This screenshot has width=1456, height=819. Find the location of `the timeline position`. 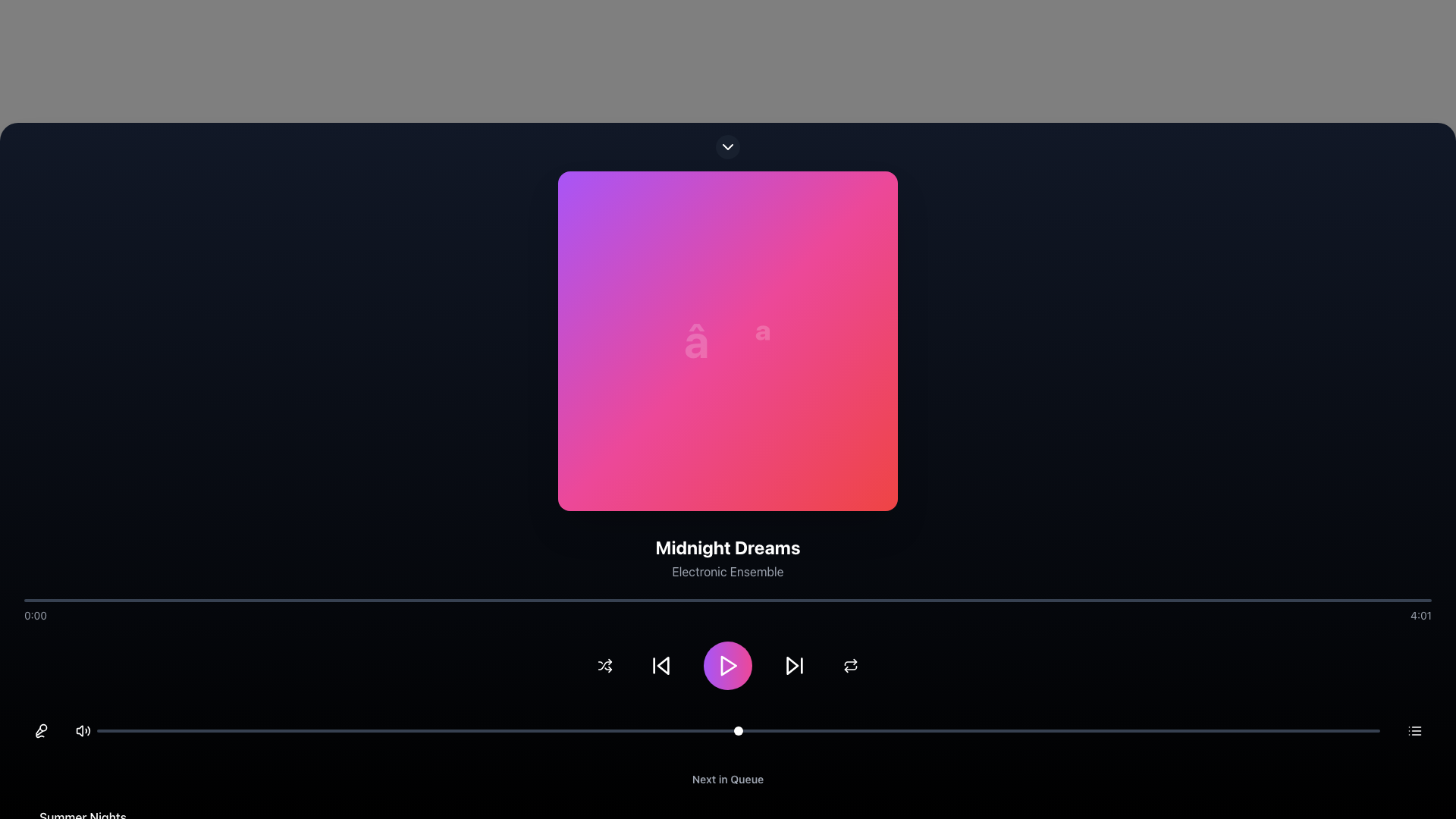

the timeline position is located at coordinates (712, 730).